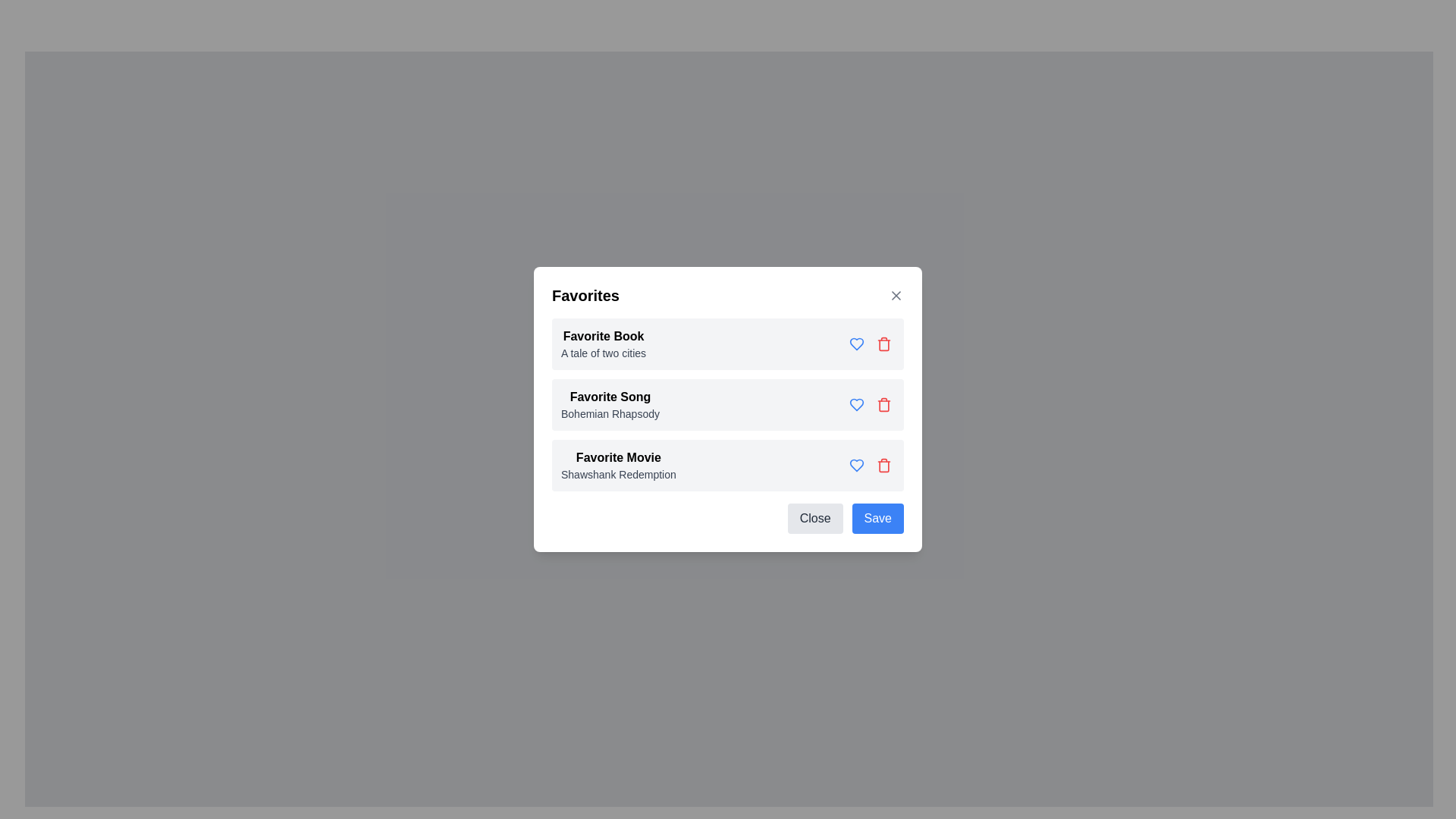  What do you see at coordinates (603, 353) in the screenshot?
I see `the static text label displaying 'A tale of two cities', which is located directly below the bold label 'Favorite Book' in the 'Favorites' section` at bounding box center [603, 353].